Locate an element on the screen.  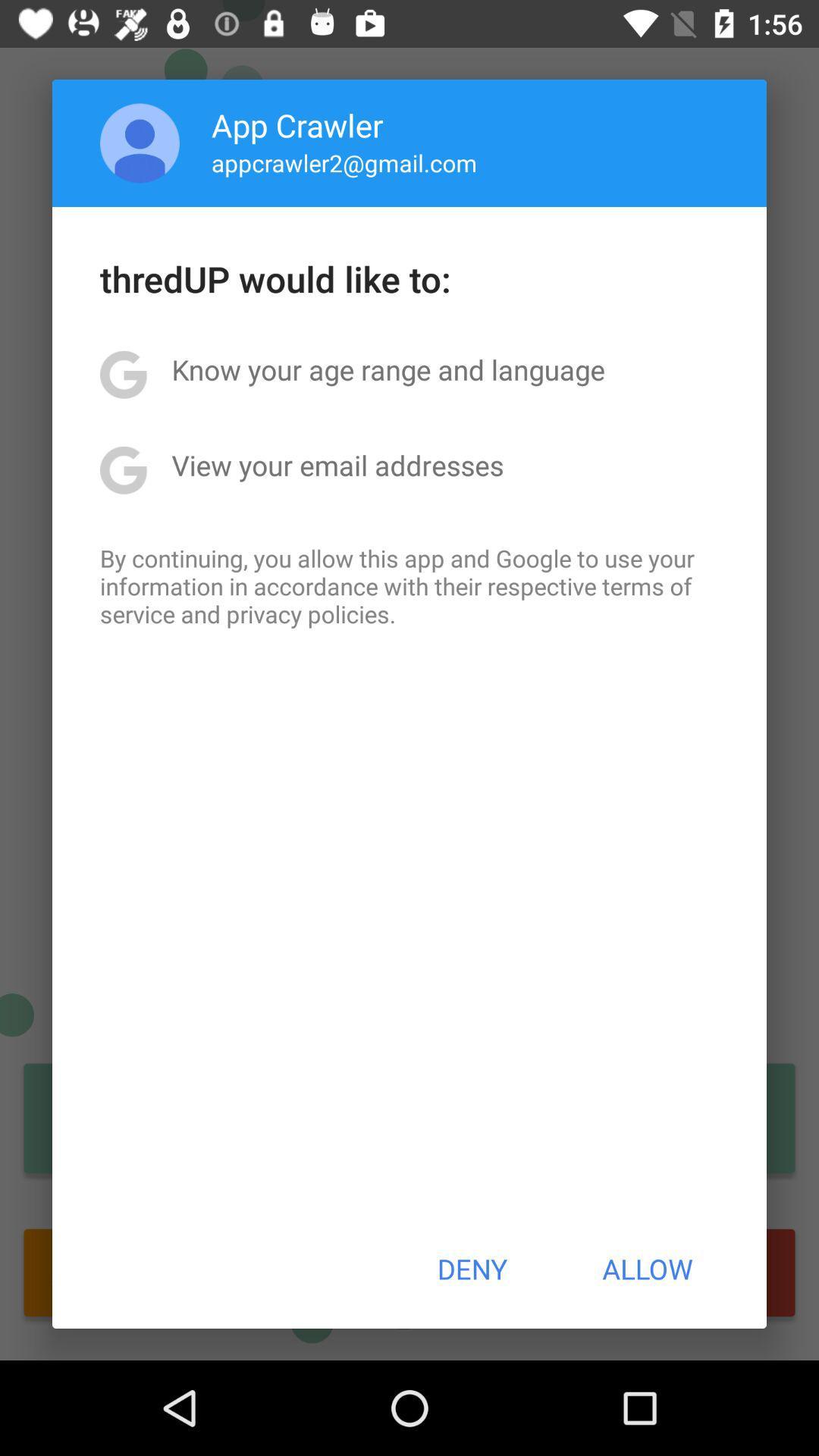
the appcrawler2@gmail.com app is located at coordinates (344, 162).